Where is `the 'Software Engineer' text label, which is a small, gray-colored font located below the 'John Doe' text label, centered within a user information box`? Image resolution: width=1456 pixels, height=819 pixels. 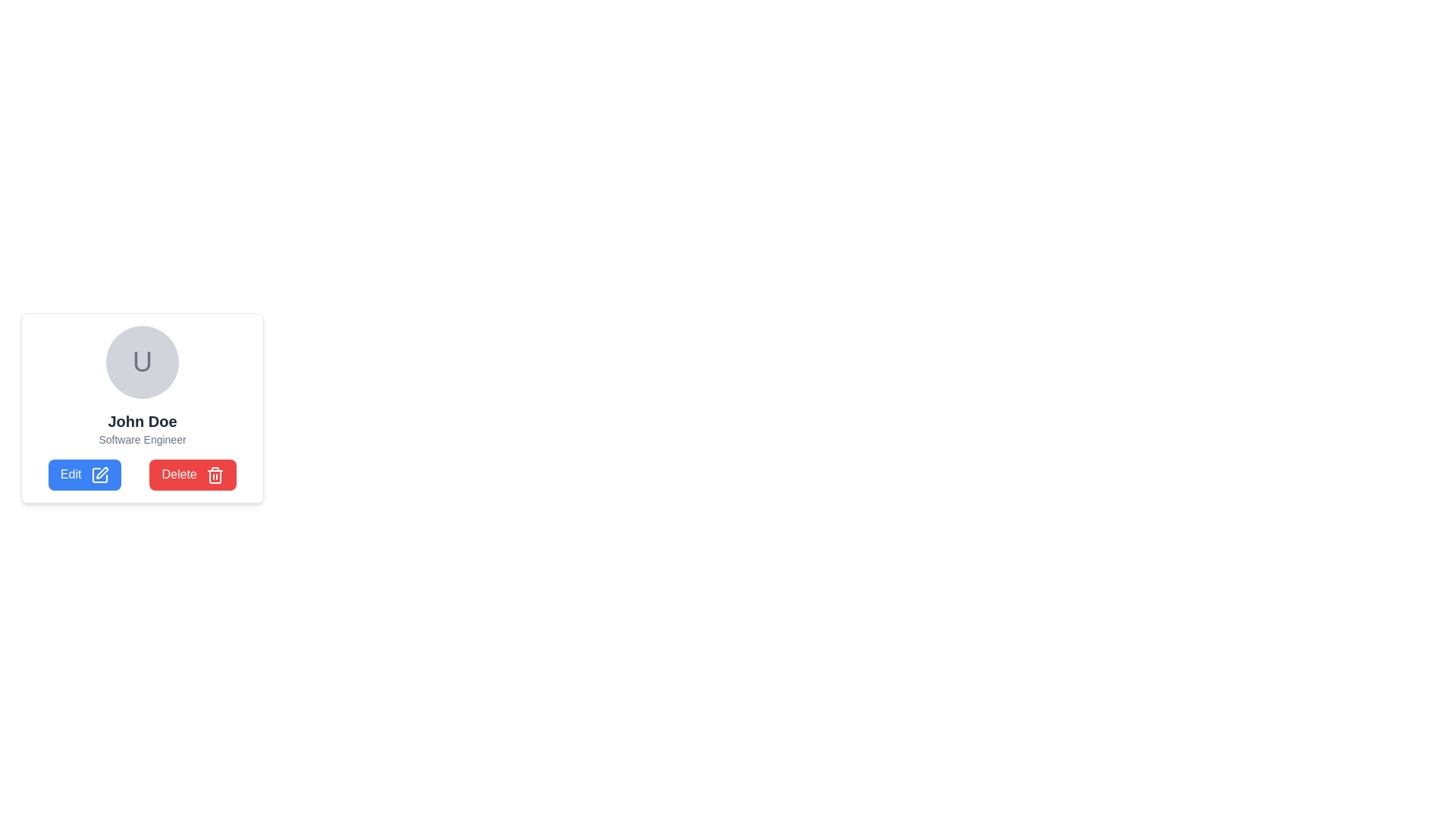 the 'Software Engineer' text label, which is a small, gray-colored font located below the 'John Doe' text label, centered within a user information box is located at coordinates (142, 439).